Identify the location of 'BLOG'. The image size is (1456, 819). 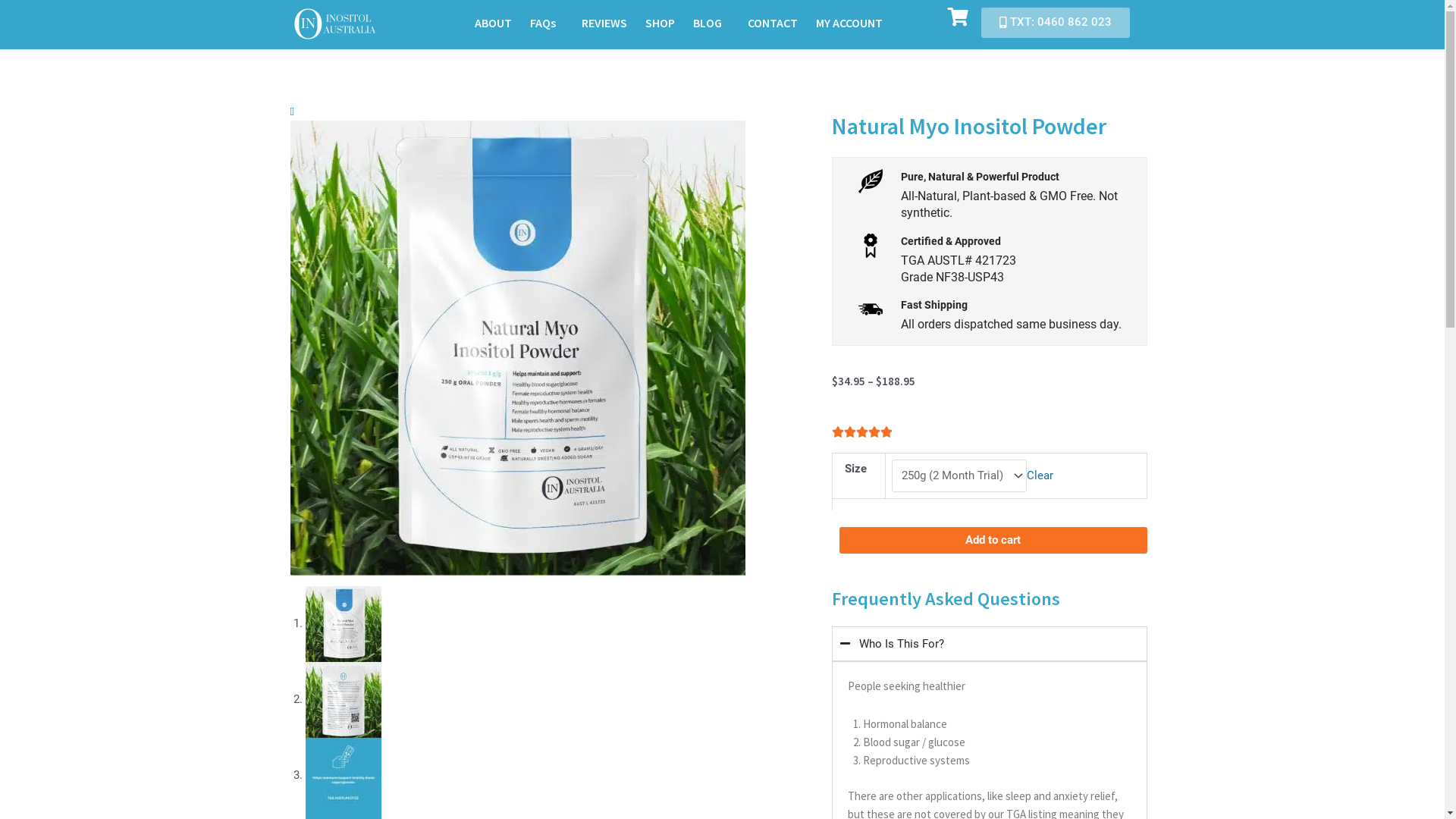
(710, 23).